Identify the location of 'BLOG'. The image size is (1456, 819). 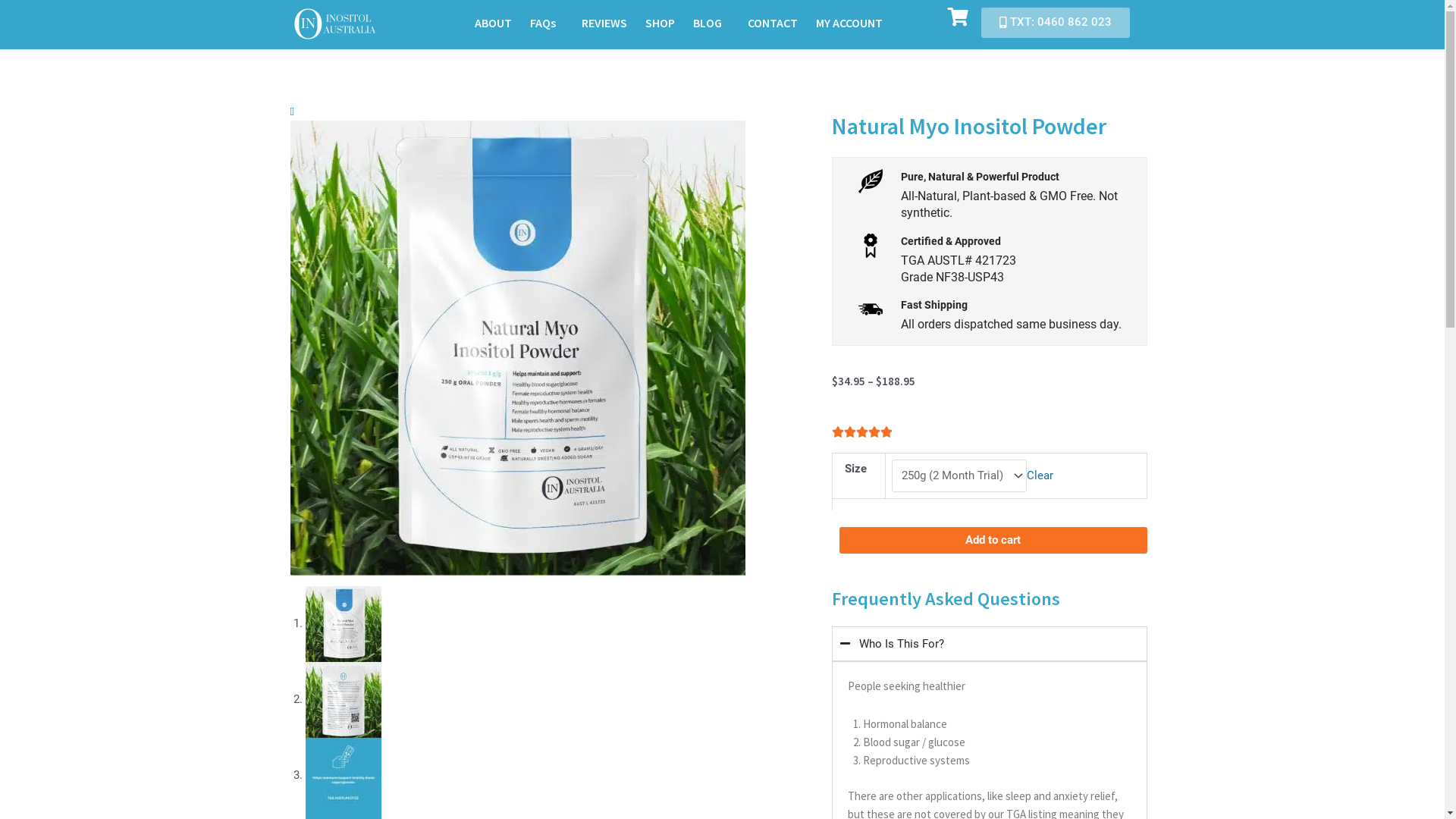
(710, 23).